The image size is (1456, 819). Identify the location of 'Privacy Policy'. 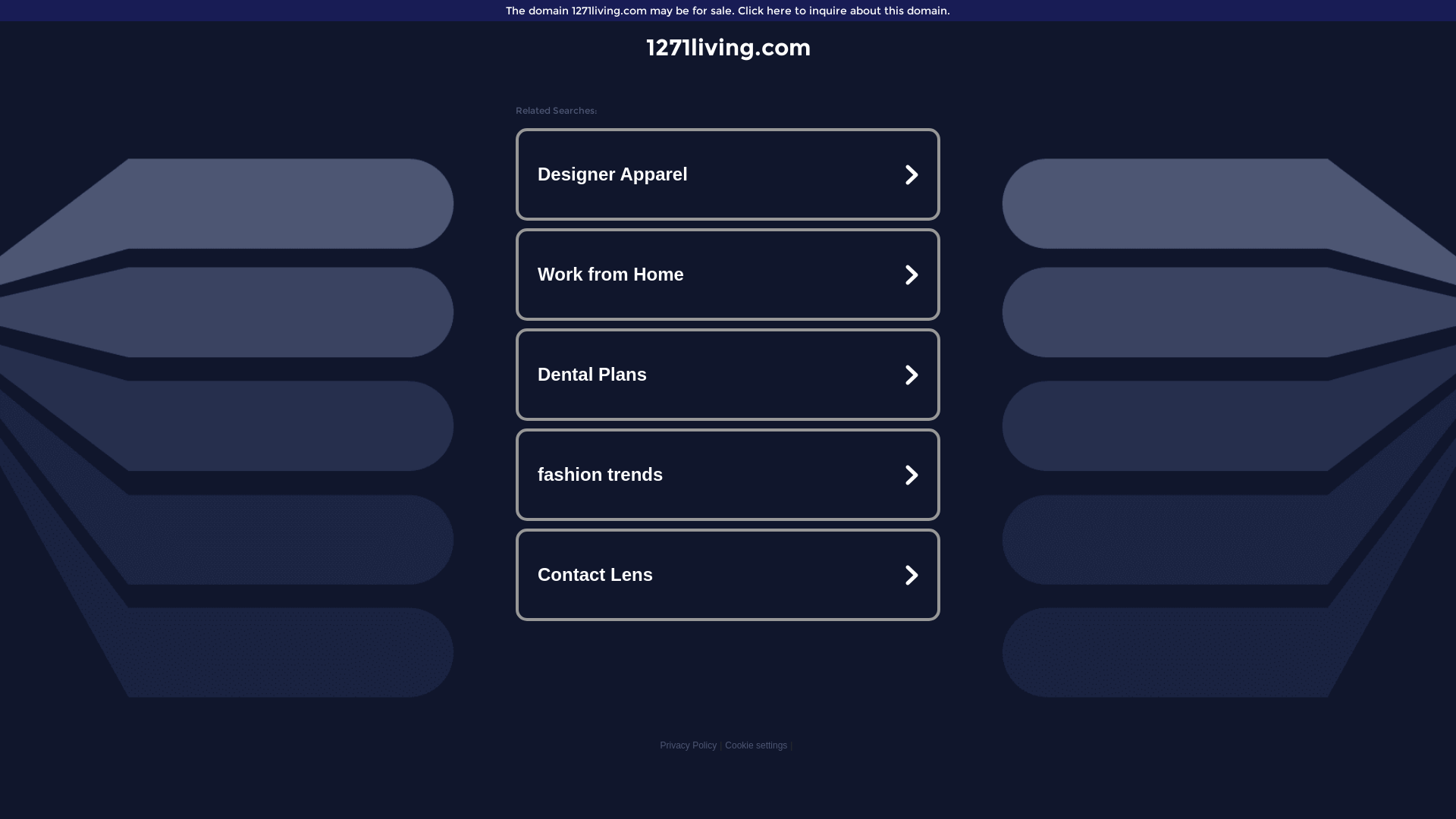
(687, 745).